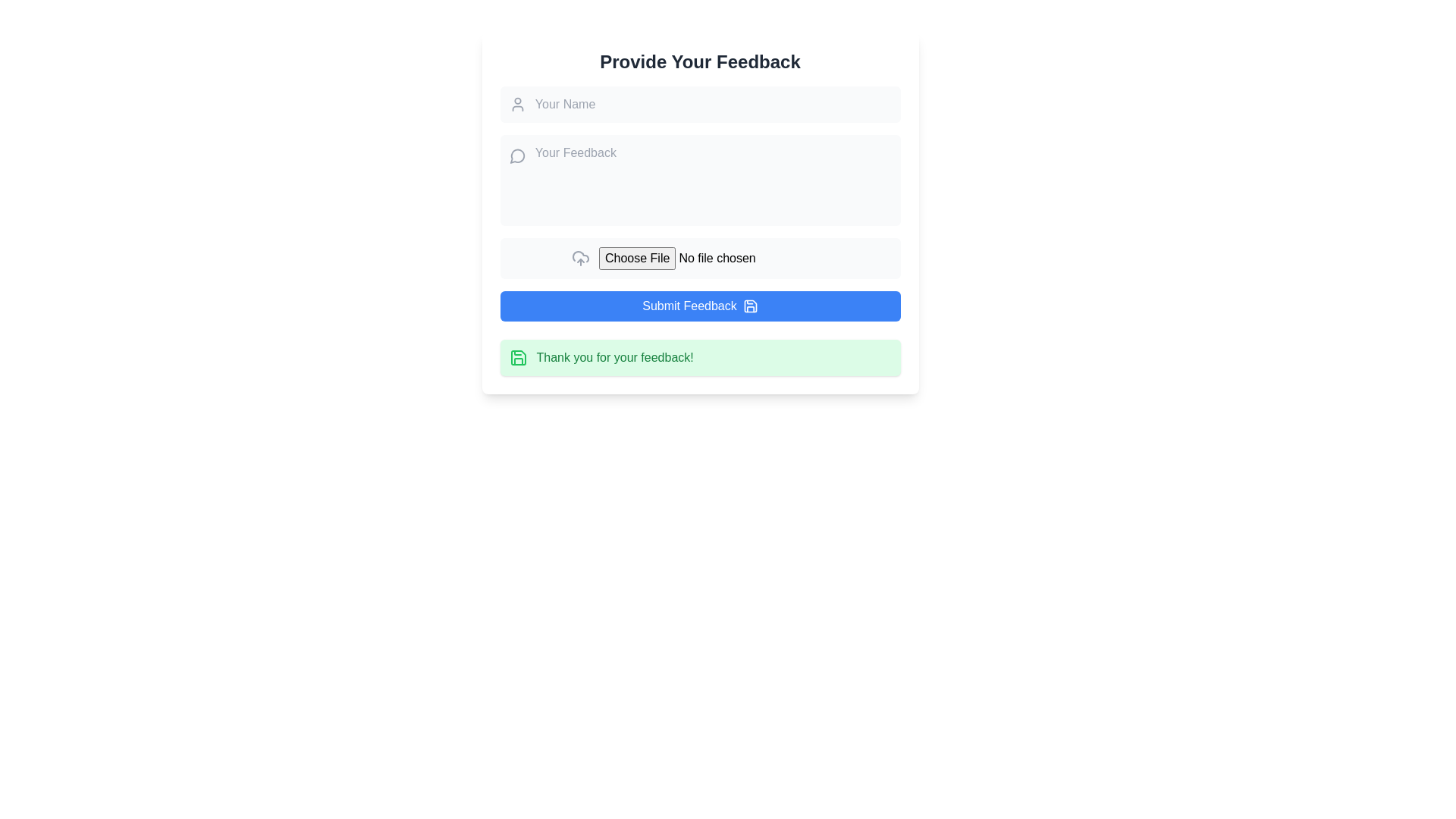 The height and width of the screenshot is (819, 1456). Describe the element at coordinates (699, 61) in the screenshot. I see `the Text Header that serves as a label for the feedback form, positioned at the topmost part of the form` at that location.